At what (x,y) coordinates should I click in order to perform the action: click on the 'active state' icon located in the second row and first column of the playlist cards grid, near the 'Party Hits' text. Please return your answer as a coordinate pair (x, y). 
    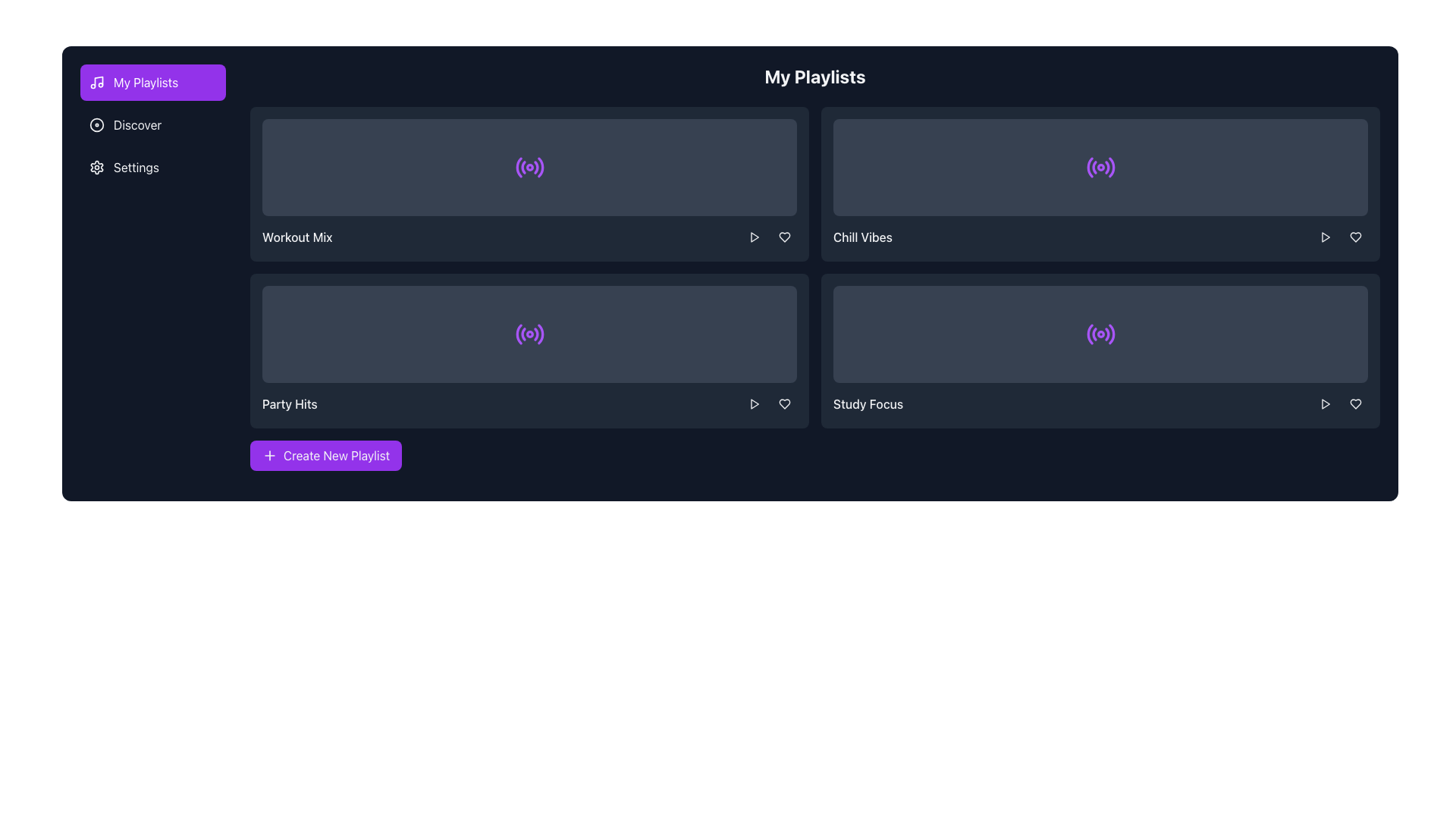
    Looking at the image, I should click on (529, 333).